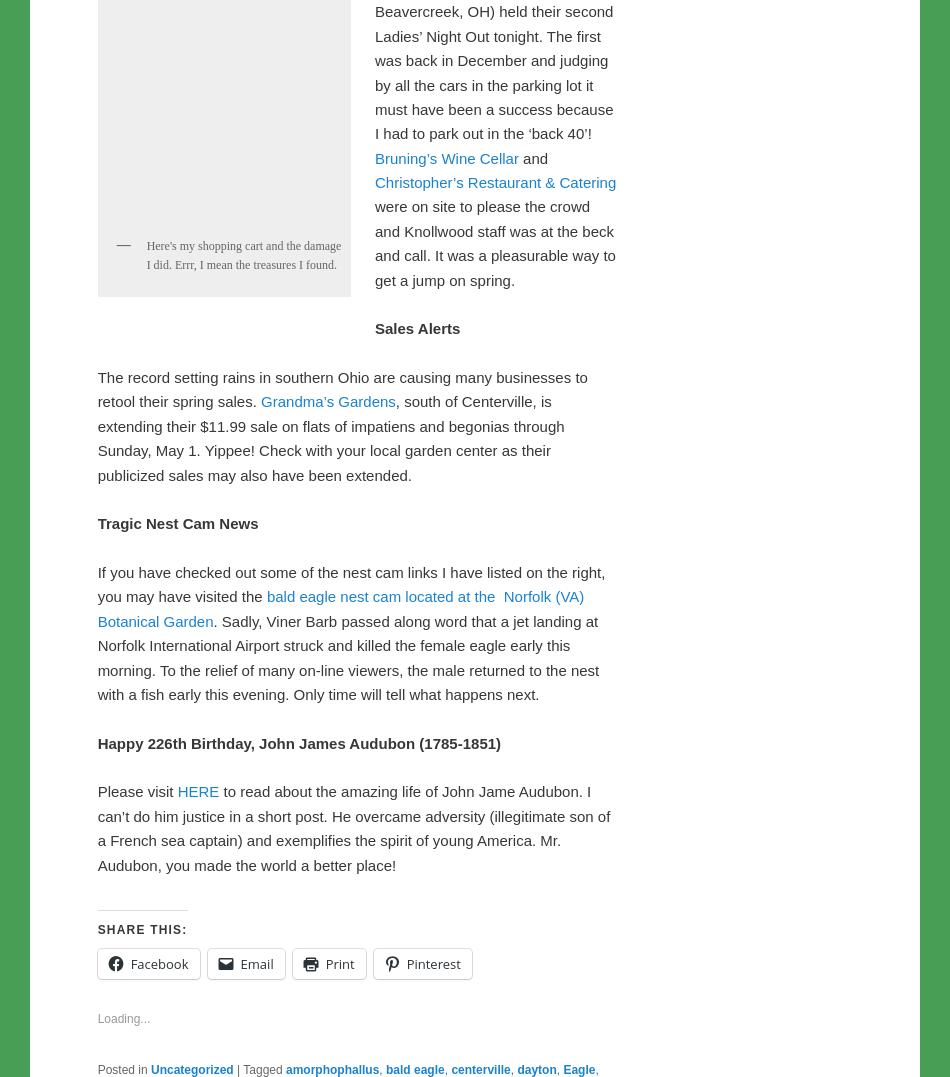 The width and height of the screenshot is (950, 1077). What do you see at coordinates (350, 150) in the screenshot?
I see `'is came into bloom last Saturday at The Ohio State University’s greenhouse in Columbus, Ohio and is really charming the crowds. This rare plant from the Indonesian rain forest is a sight,and smell to remember. The bloom’s fragrance is its key to attracting the right pollinators. I grow a smaller version called'` at bounding box center [350, 150].